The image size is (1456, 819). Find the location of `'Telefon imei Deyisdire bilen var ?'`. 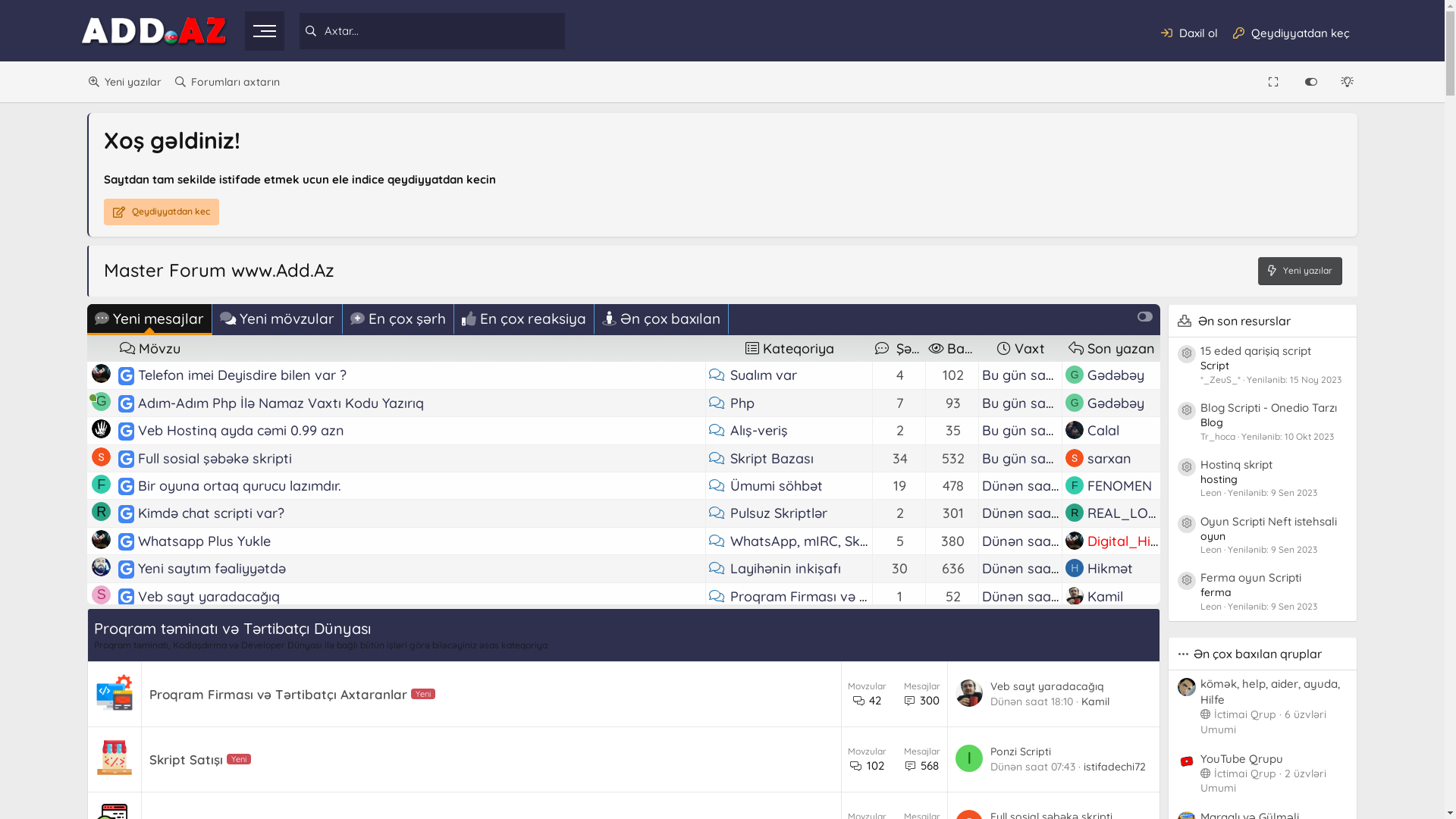

'Telefon imei Deyisdire bilen var ?' is located at coordinates (127, 375).